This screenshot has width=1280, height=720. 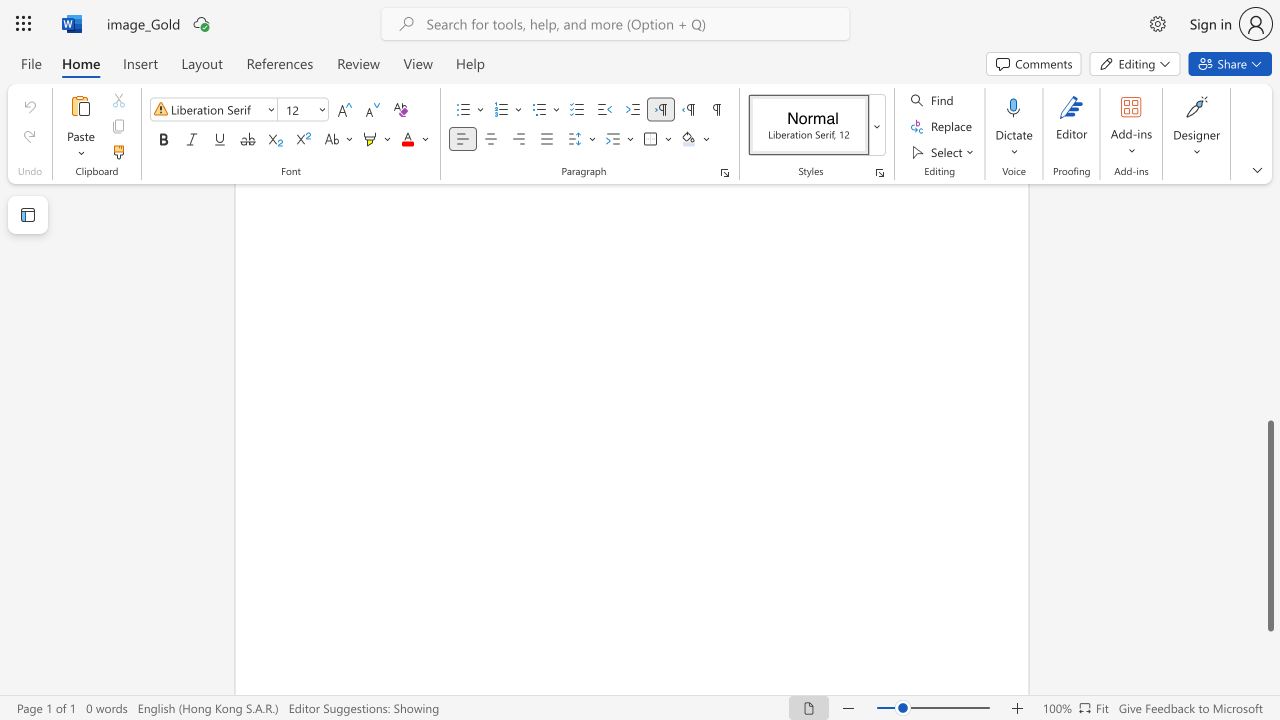 What do you see at coordinates (1269, 238) in the screenshot?
I see `the scrollbar to slide the page up` at bounding box center [1269, 238].